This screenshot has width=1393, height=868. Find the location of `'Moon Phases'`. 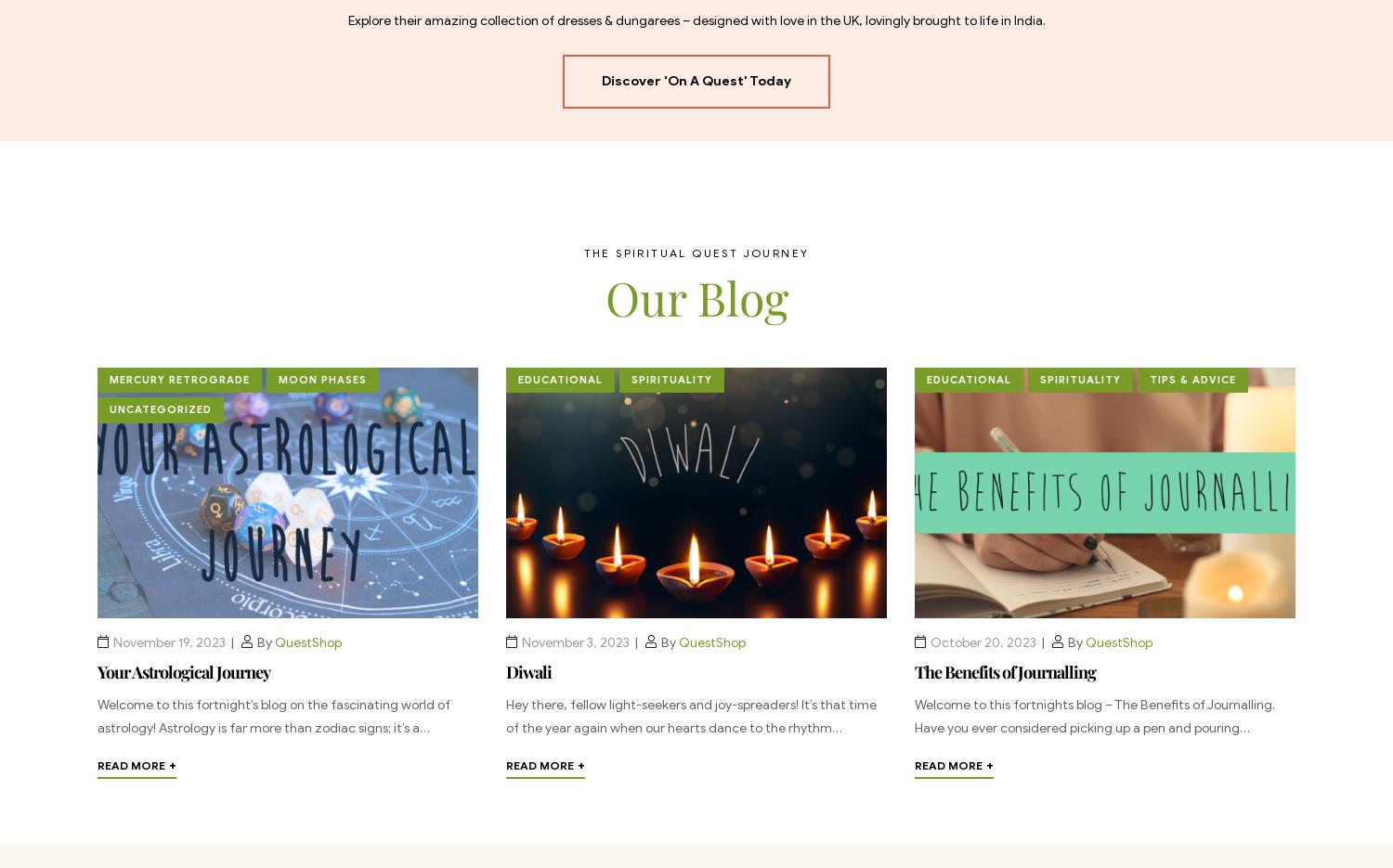

'Moon Phases' is located at coordinates (321, 379).